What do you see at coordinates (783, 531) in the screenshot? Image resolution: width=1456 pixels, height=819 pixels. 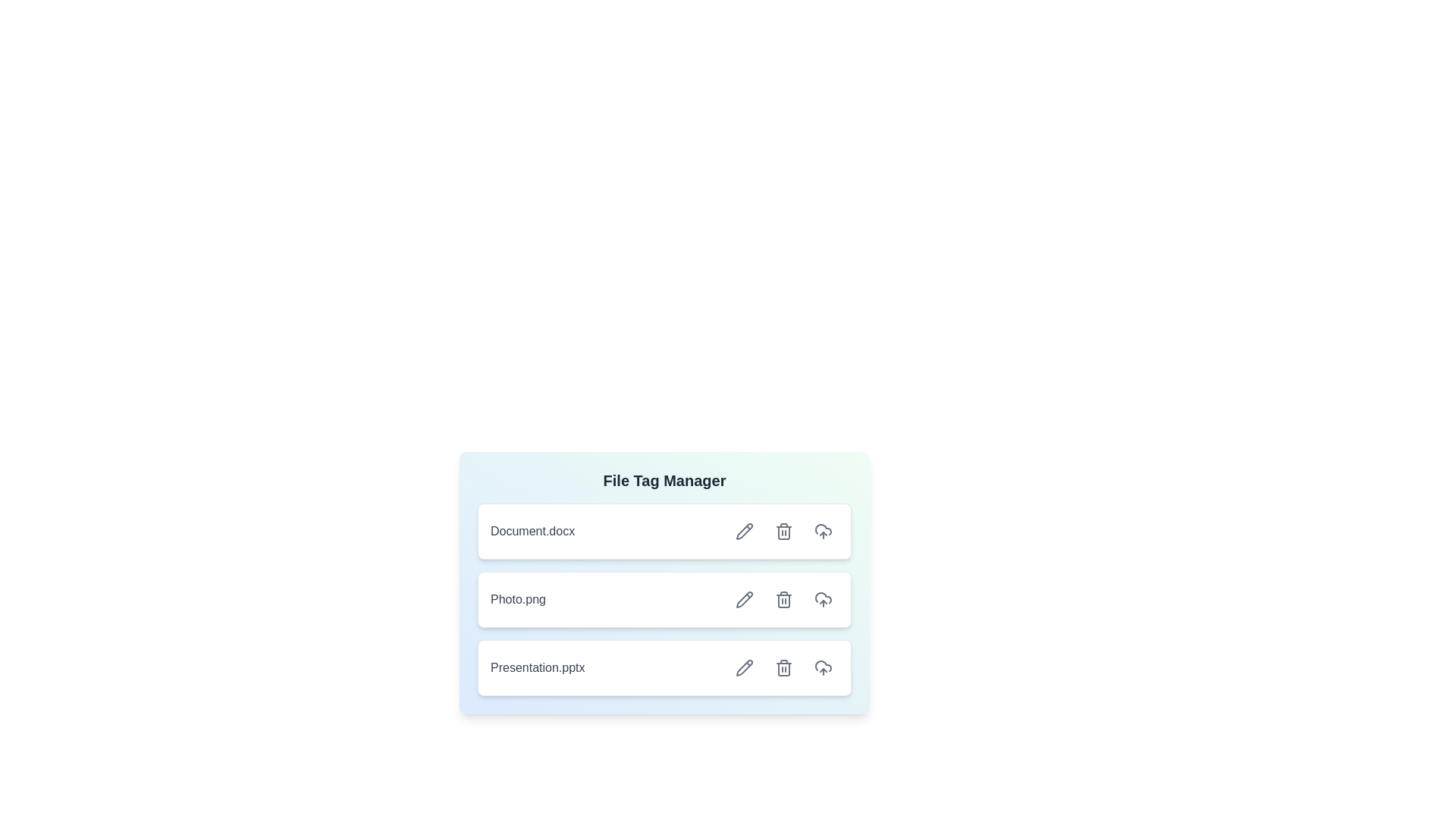 I see `delete button for the file labeled 'Document.docx'` at bounding box center [783, 531].